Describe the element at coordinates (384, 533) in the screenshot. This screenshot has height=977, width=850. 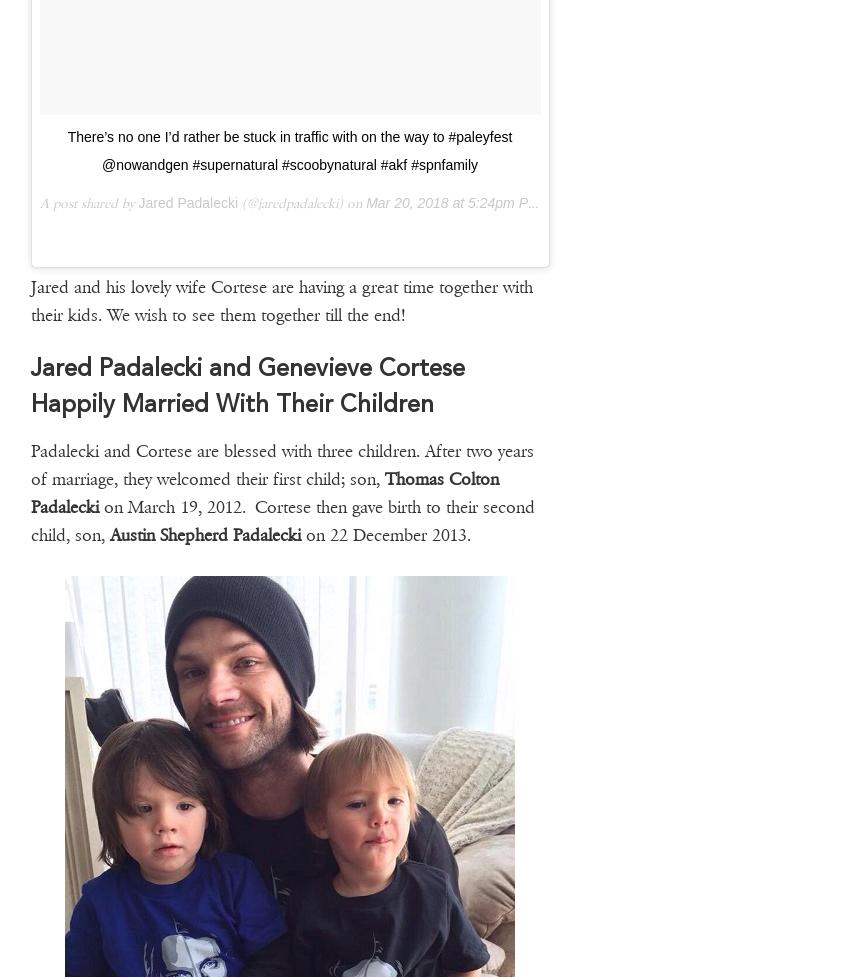
I see `'on 22 December 2013.'` at that location.